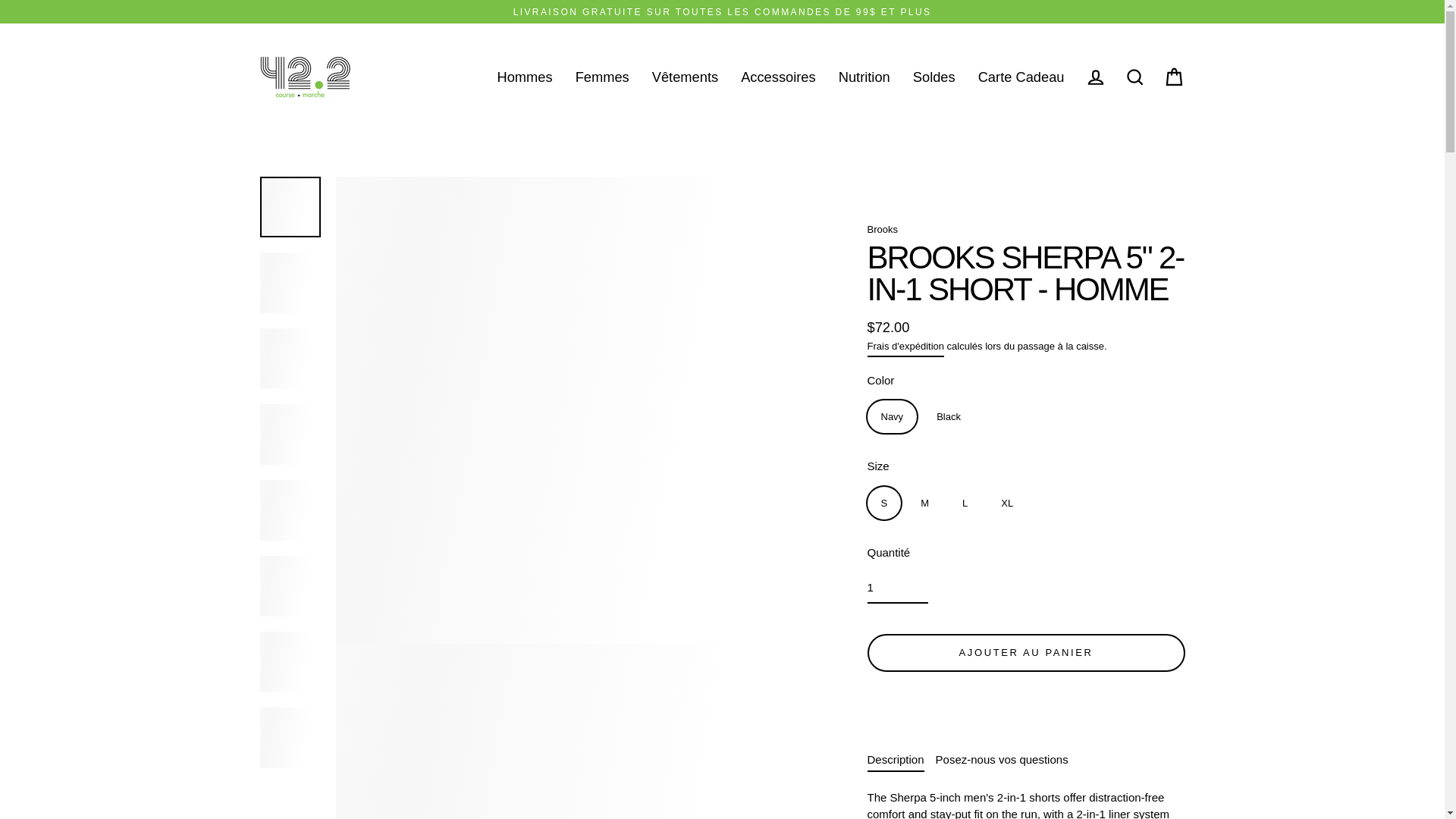 Image resolution: width=1456 pixels, height=819 pixels. I want to click on 'Rechercher', so click(1134, 77).